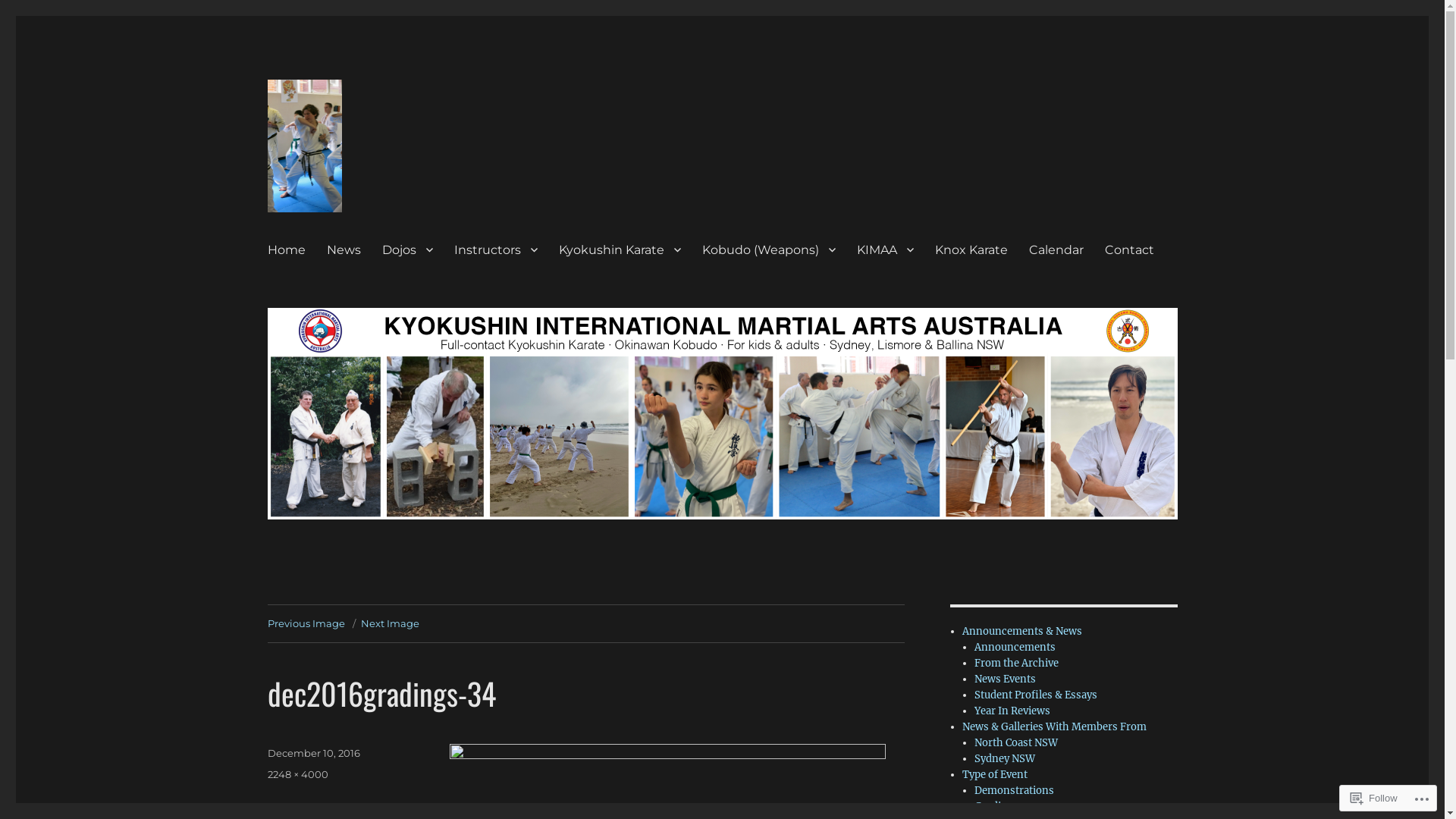  I want to click on 'Year In Reviews', so click(1012, 711).